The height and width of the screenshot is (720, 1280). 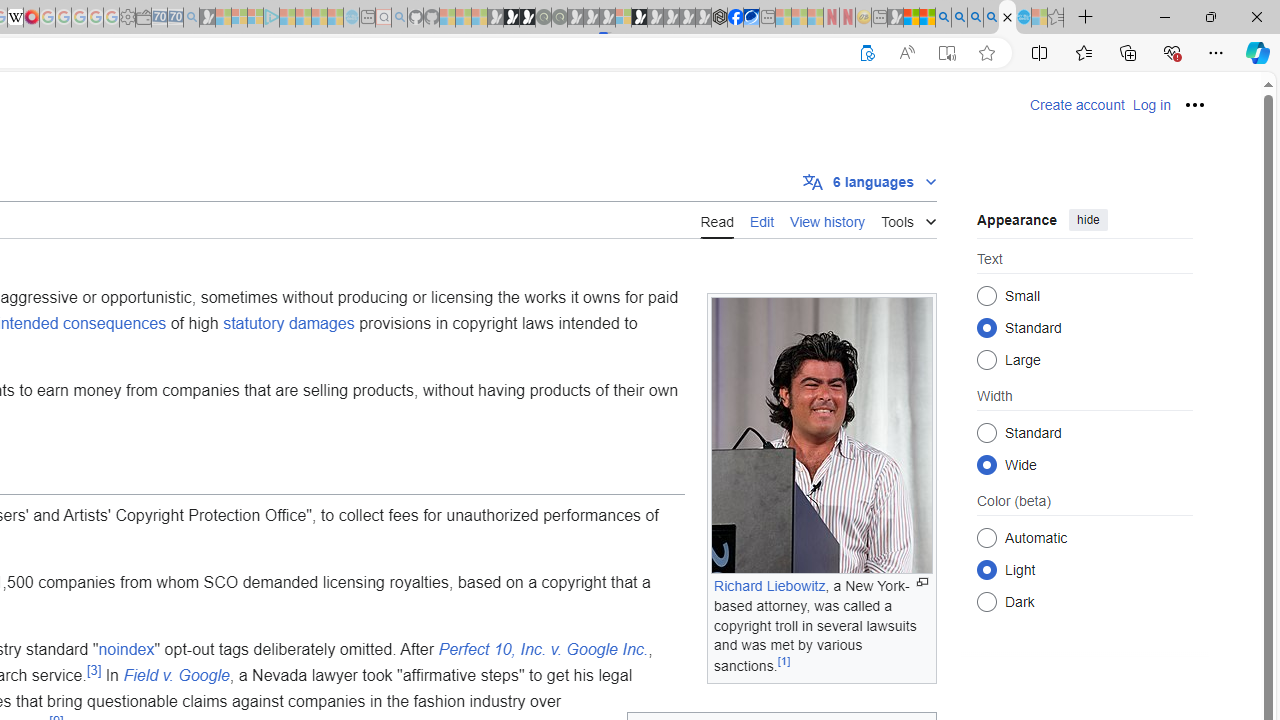 I want to click on 'AirNow.gov', so click(x=750, y=17).